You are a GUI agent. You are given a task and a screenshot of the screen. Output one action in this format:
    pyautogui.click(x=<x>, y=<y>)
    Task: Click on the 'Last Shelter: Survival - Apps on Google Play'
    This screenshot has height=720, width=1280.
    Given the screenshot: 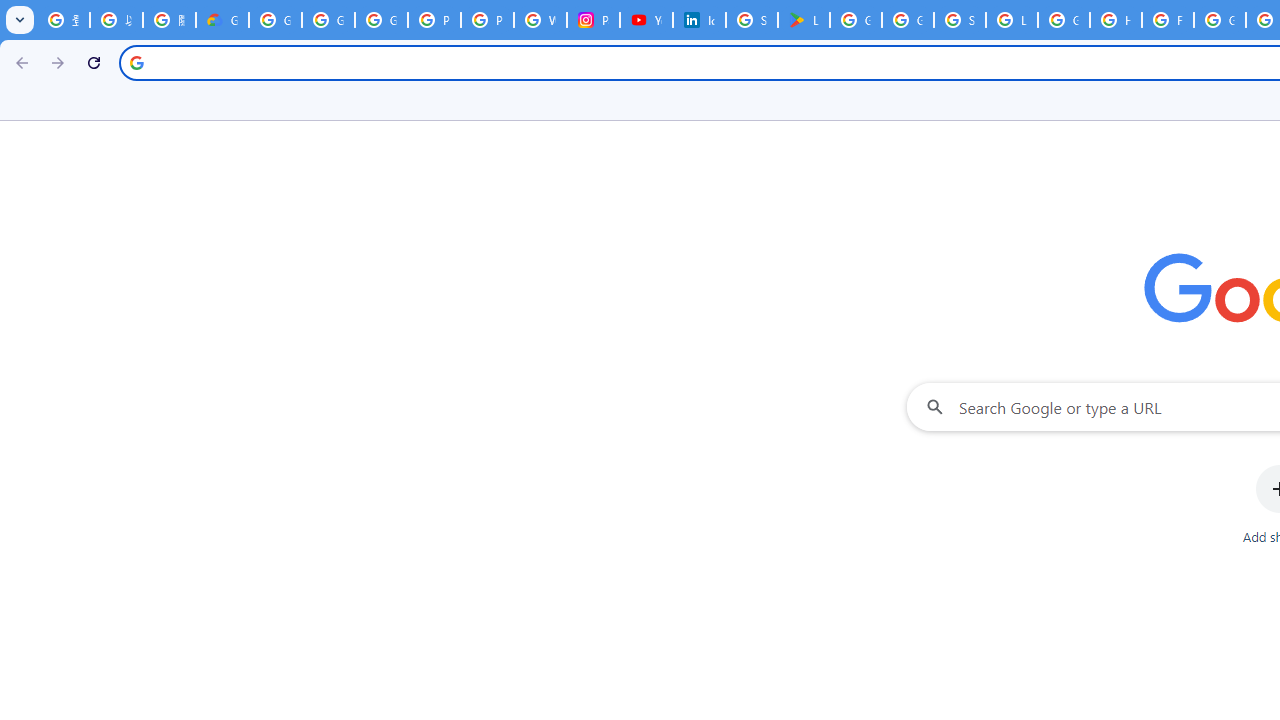 What is the action you would take?
    pyautogui.click(x=803, y=20)
    